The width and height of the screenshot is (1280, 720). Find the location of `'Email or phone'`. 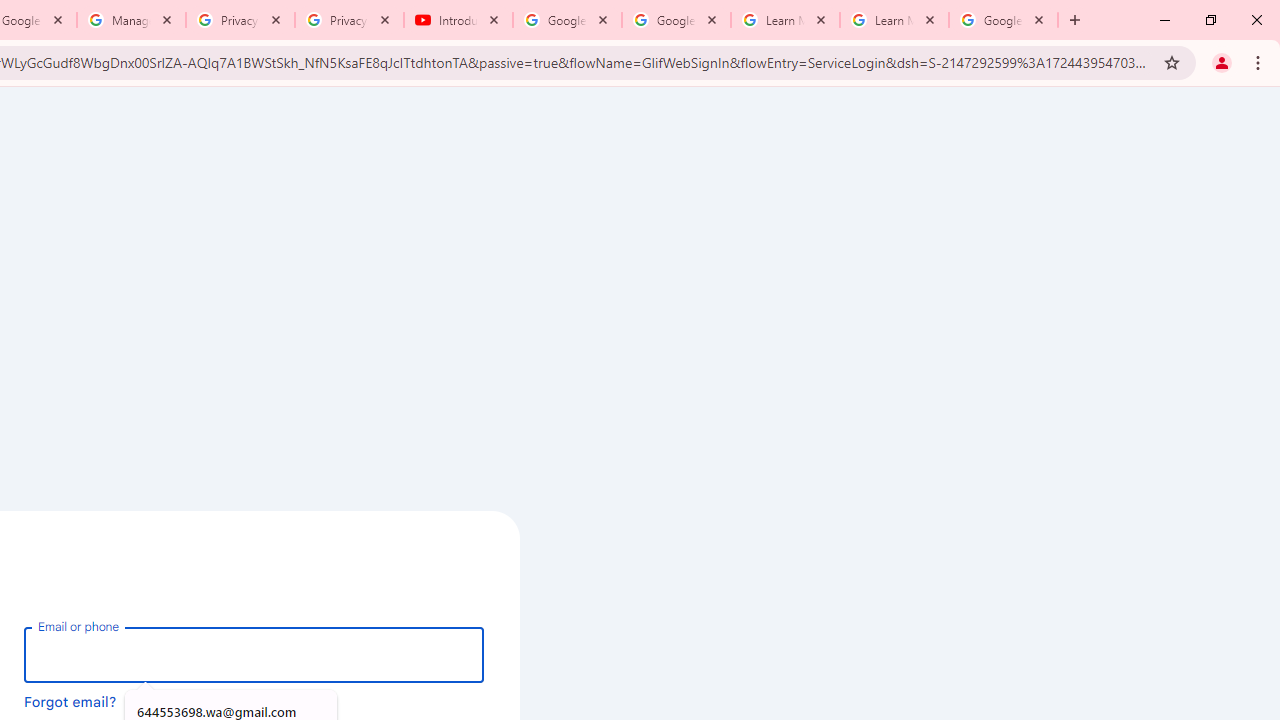

'Email or phone' is located at coordinates (253, 654).